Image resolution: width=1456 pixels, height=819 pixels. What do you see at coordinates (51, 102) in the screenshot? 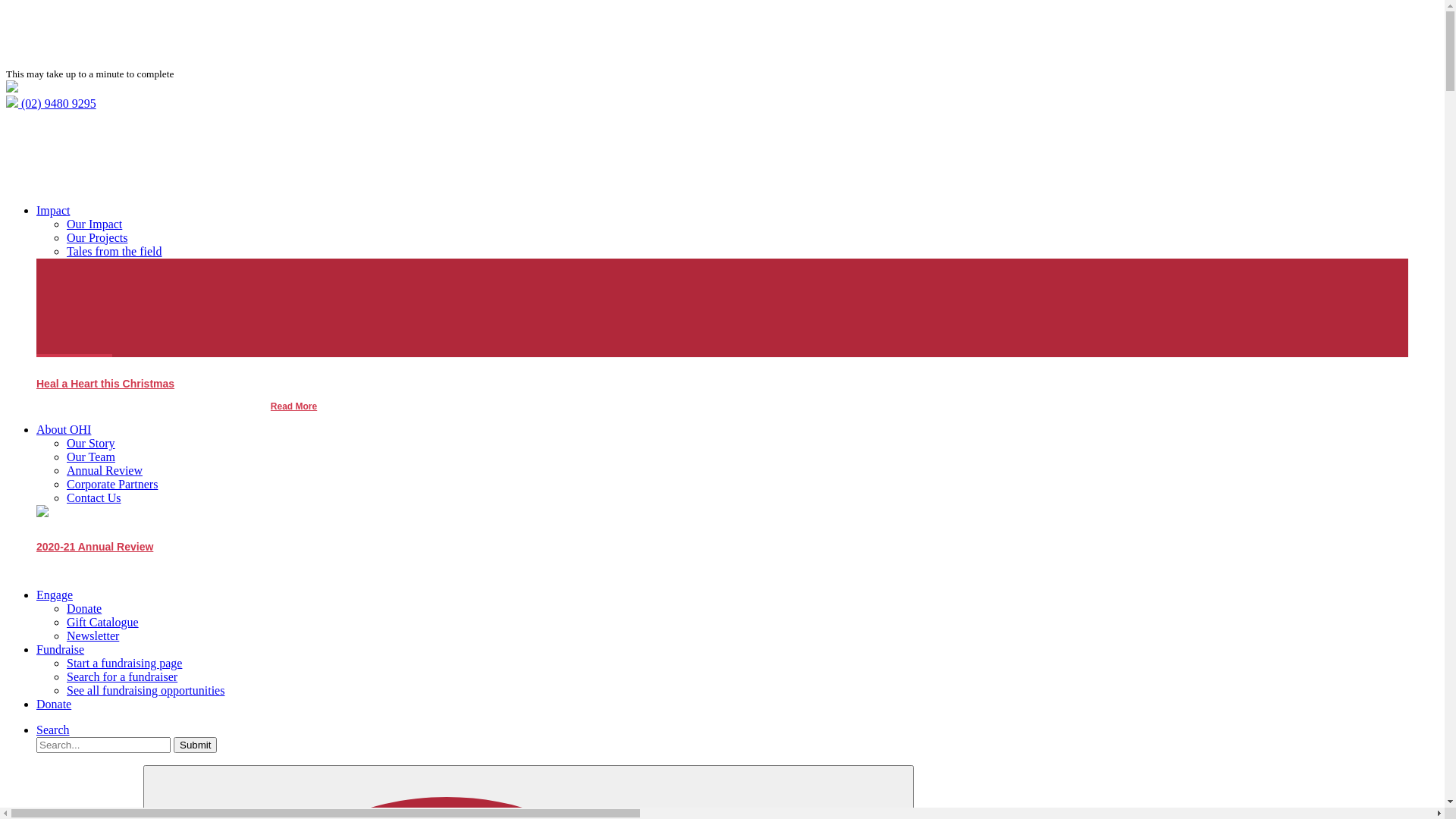
I see `'(02) 9480 9295'` at bounding box center [51, 102].